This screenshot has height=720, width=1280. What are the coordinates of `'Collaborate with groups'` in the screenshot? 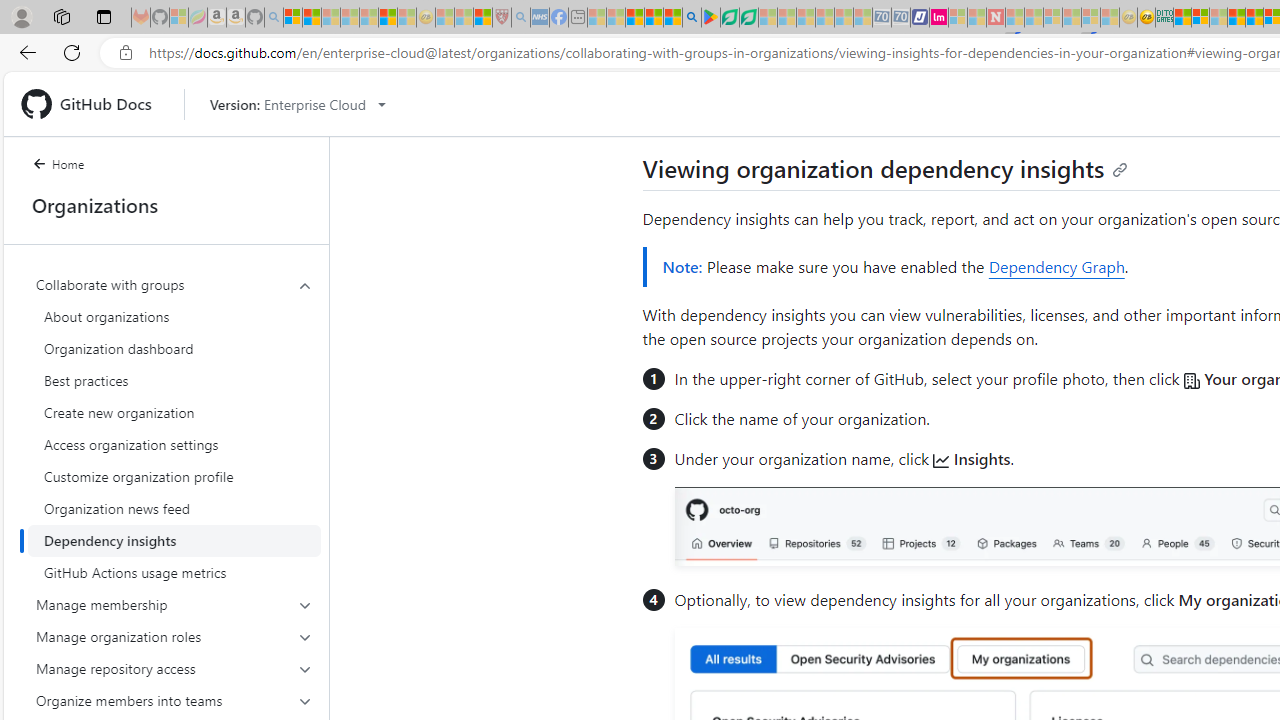 It's located at (174, 285).